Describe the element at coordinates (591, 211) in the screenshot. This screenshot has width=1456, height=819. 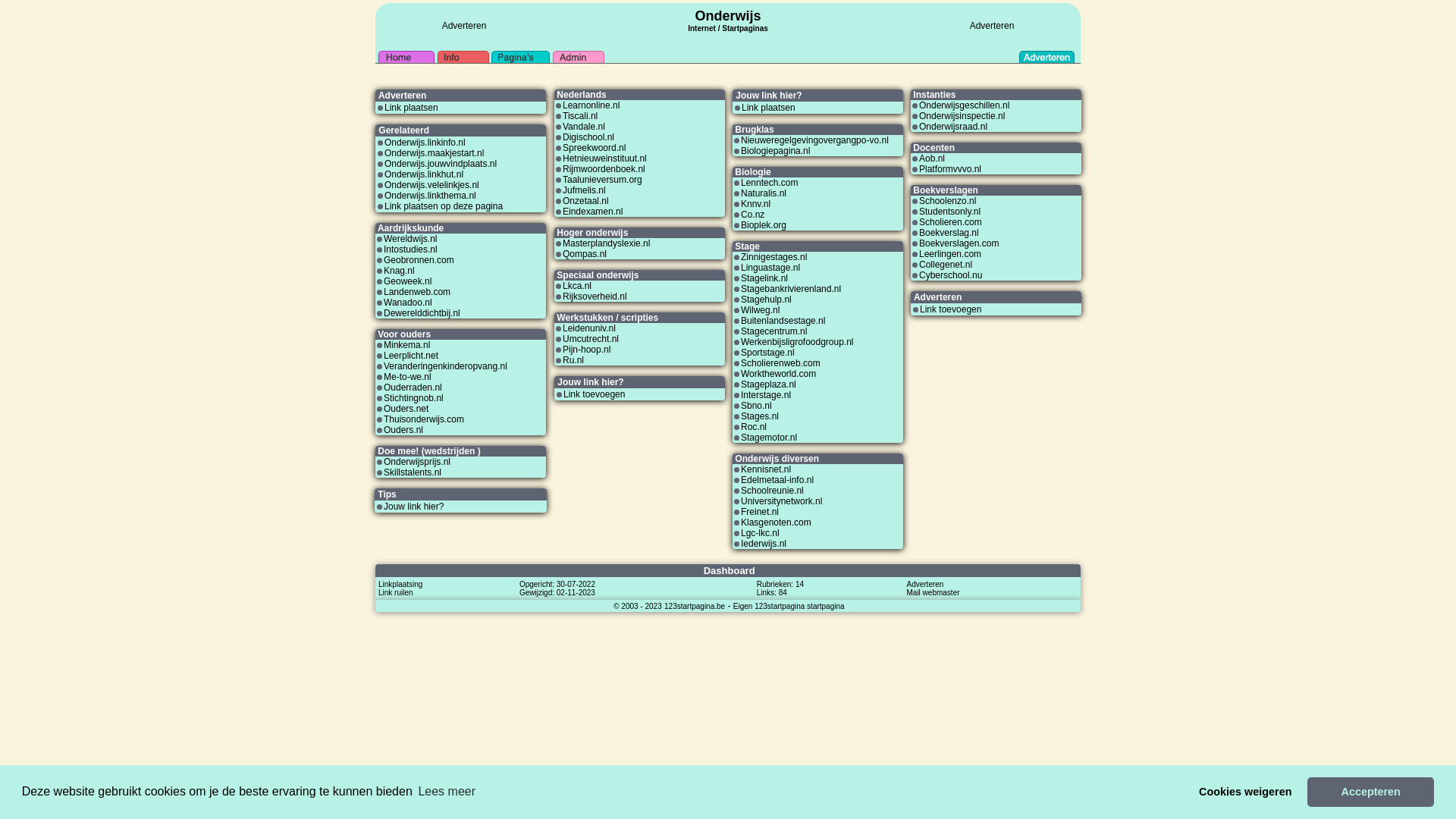
I see `'Eindexamen.nl'` at that location.